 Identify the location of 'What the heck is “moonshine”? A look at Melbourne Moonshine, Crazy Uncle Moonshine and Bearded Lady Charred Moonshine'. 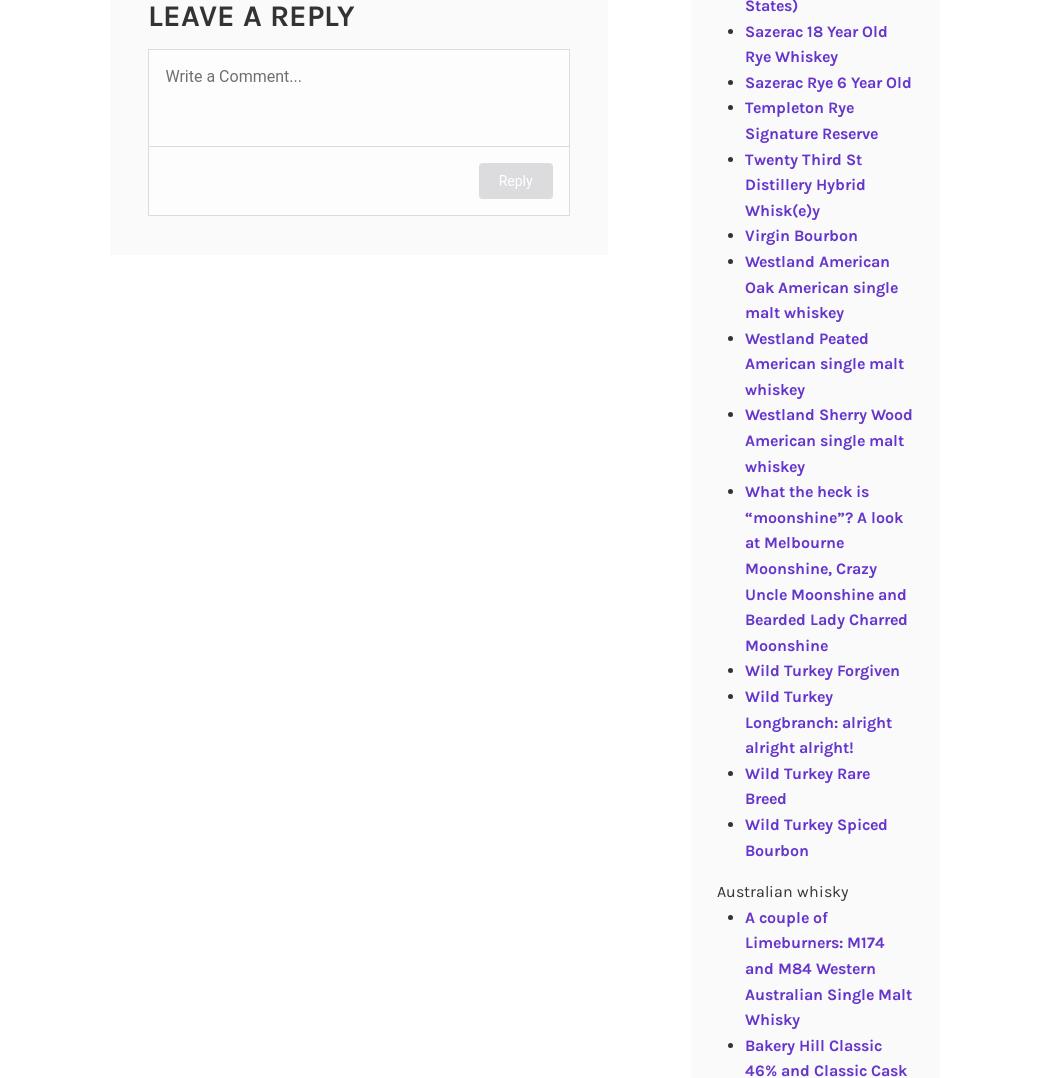
(825, 566).